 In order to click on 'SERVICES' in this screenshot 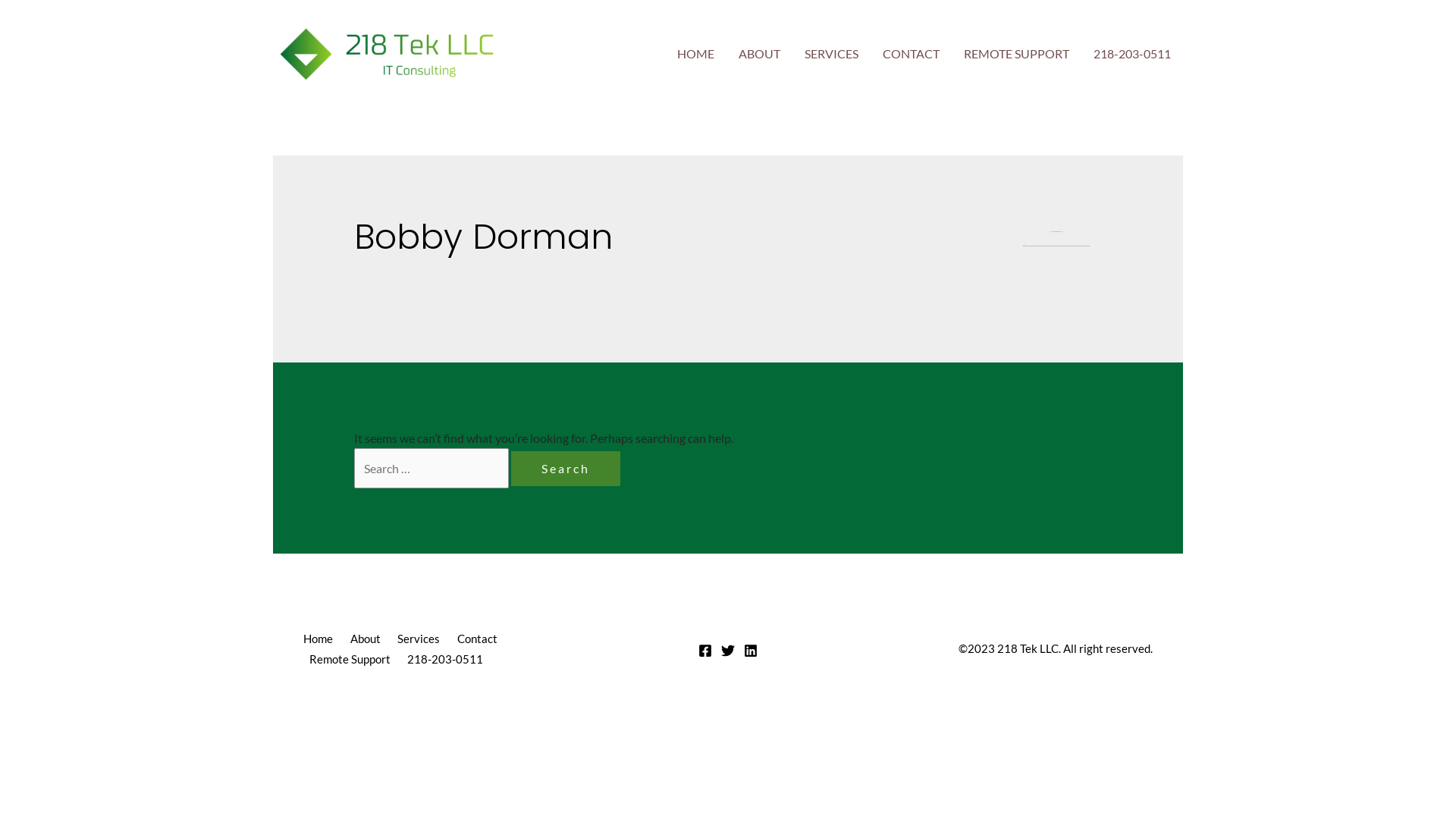, I will do `click(830, 52)`.